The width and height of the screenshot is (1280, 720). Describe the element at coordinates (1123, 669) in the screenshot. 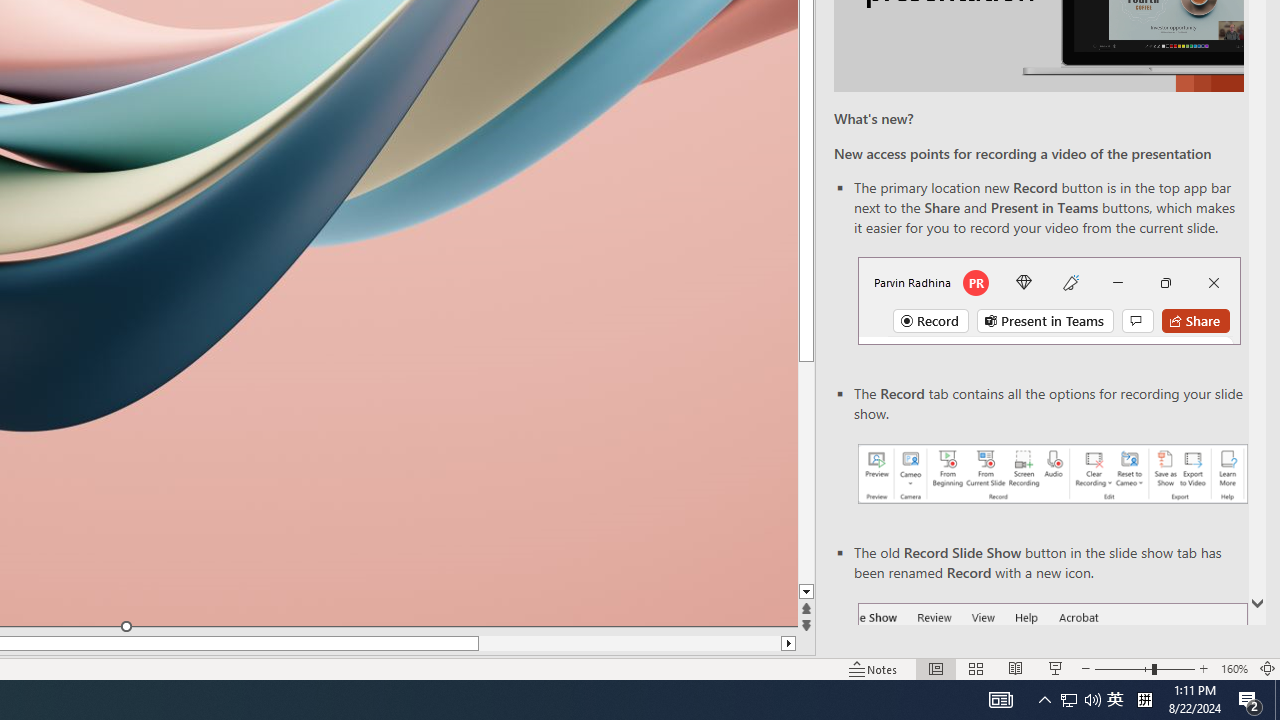

I see `'Zoom Out'` at that location.